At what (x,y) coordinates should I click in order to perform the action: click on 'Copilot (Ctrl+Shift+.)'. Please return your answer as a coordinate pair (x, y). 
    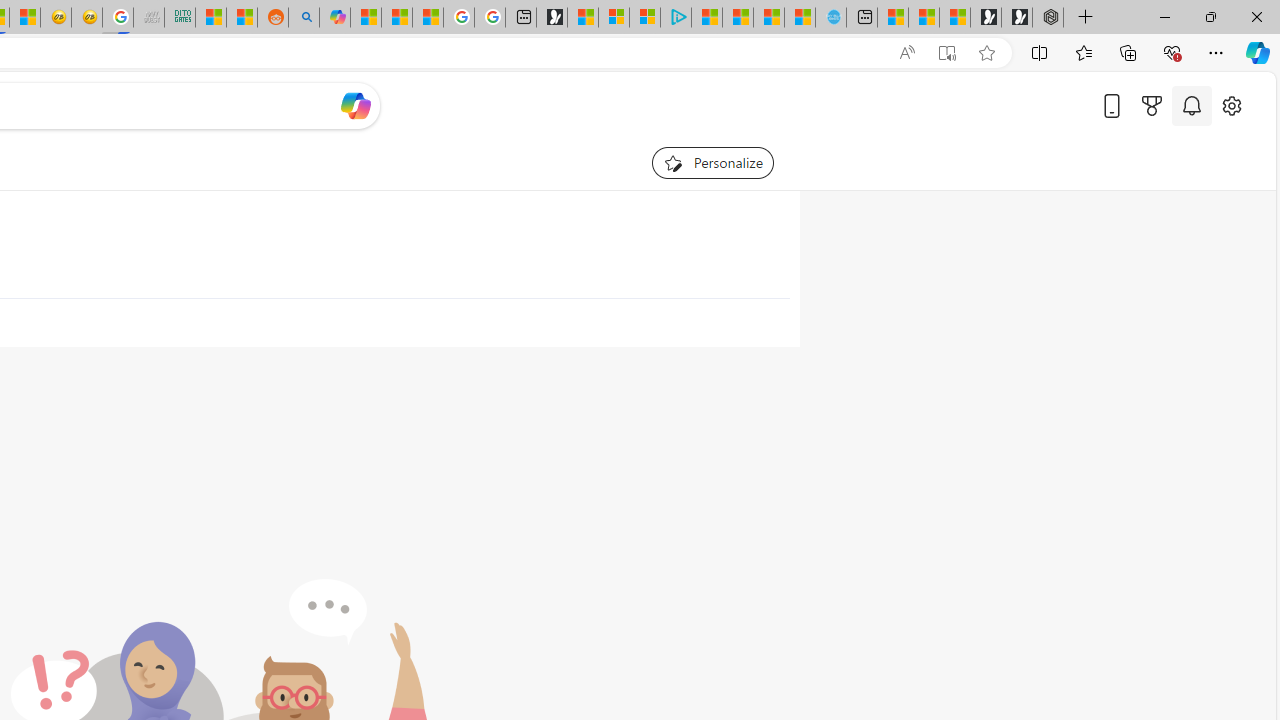
    Looking at the image, I should click on (1257, 51).